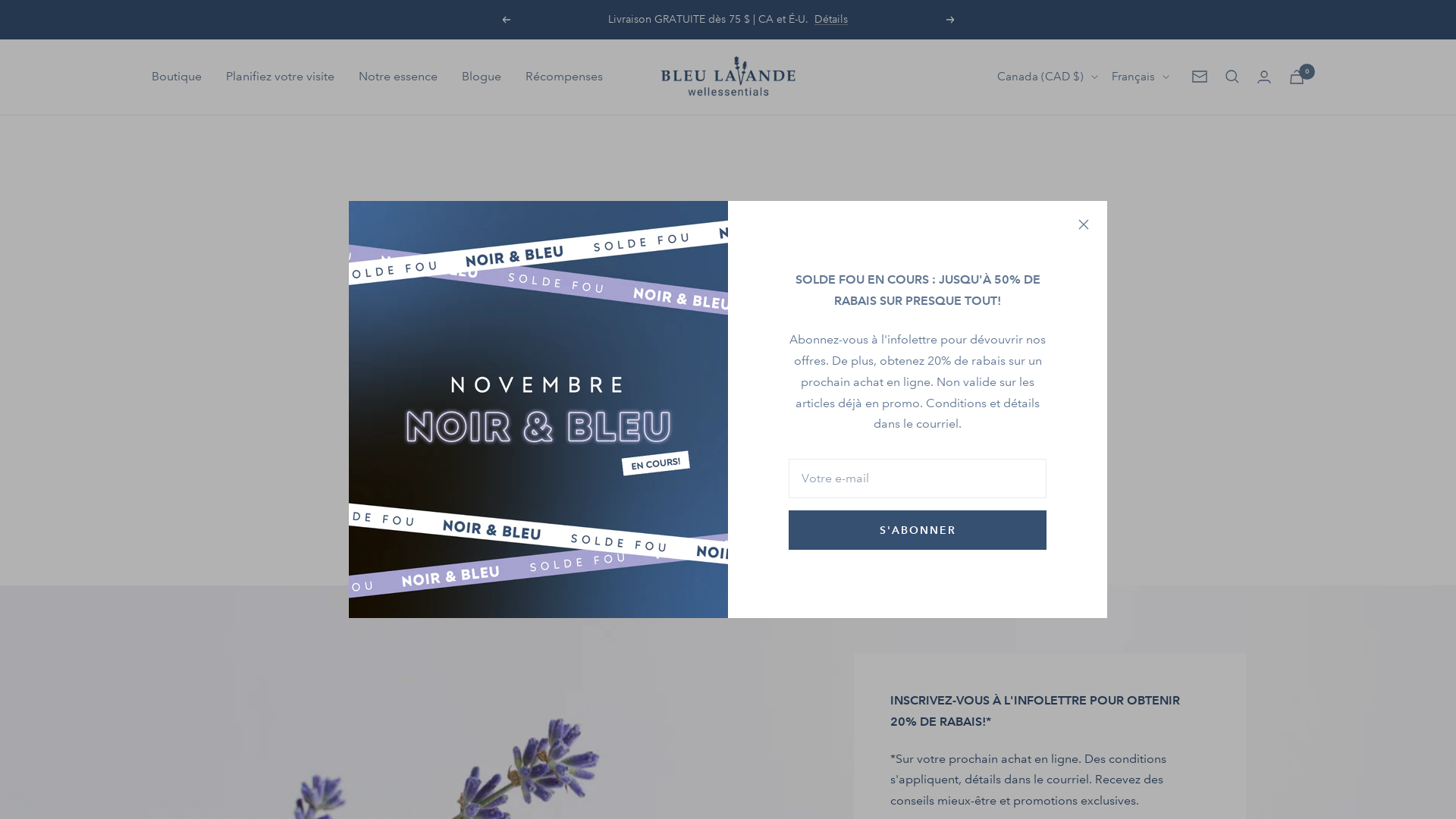  What do you see at coordinates (1199, 76) in the screenshot?
I see `'Newsletter'` at bounding box center [1199, 76].